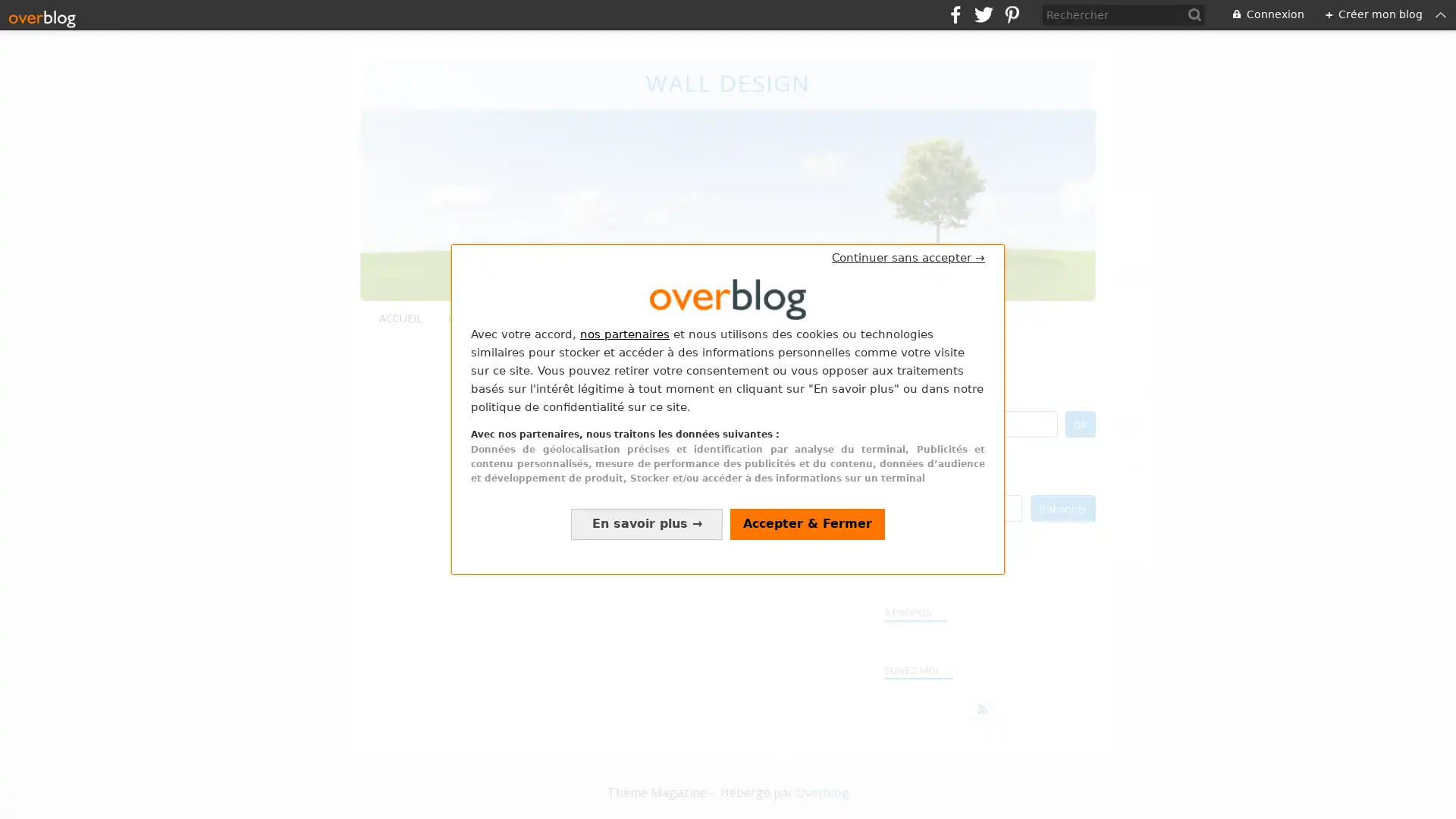 Image resolution: width=1456 pixels, height=819 pixels. What do you see at coordinates (1080, 423) in the screenshot?
I see `OK` at bounding box center [1080, 423].